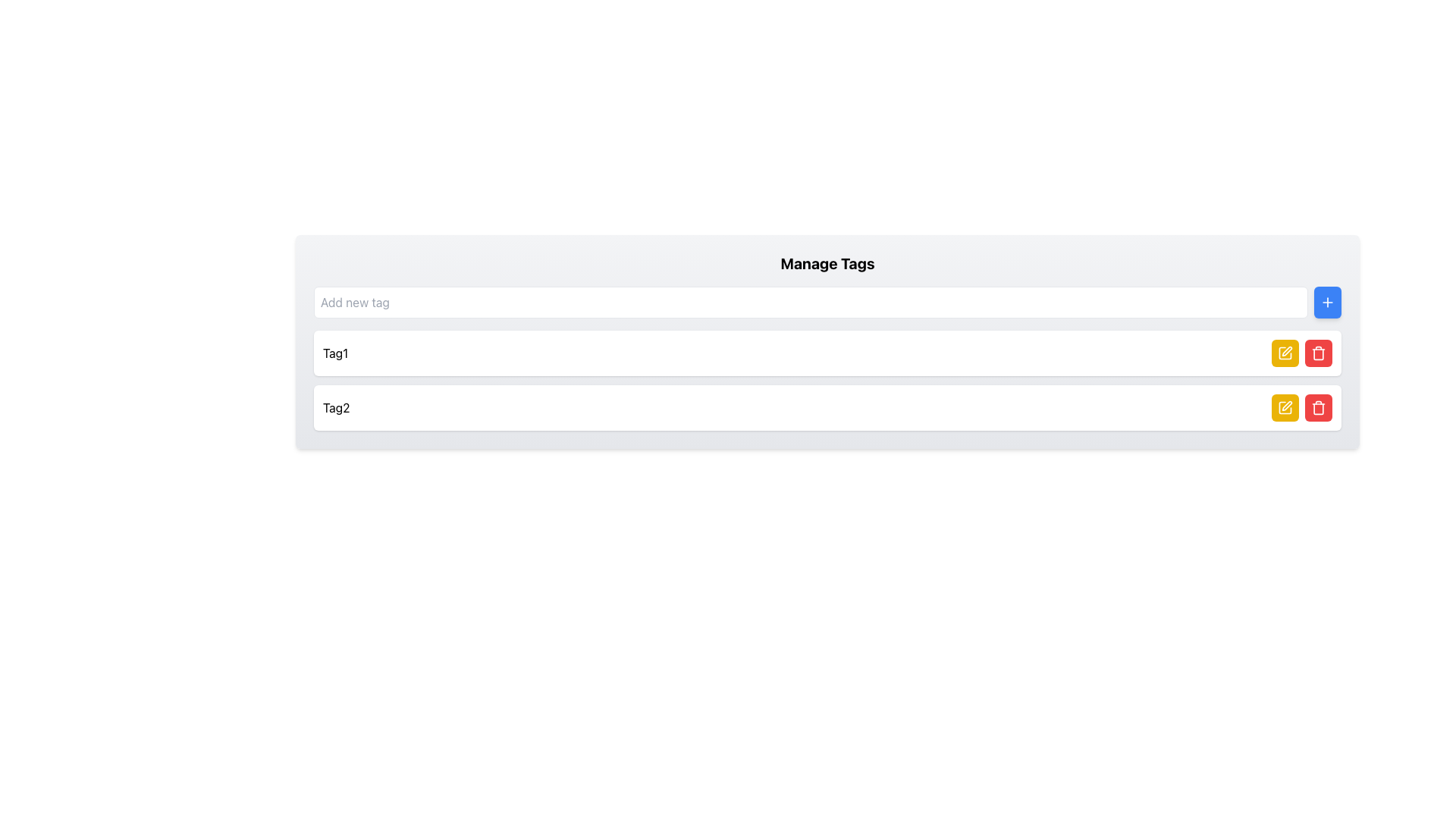  Describe the element at coordinates (1317, 353) in the screenshot. I see `the delete icon, which is represented by a trash can design and is located inside a button with a red background, adjacent to a yellow edit icon on the far right of the second row in a list-like layout` at that location.